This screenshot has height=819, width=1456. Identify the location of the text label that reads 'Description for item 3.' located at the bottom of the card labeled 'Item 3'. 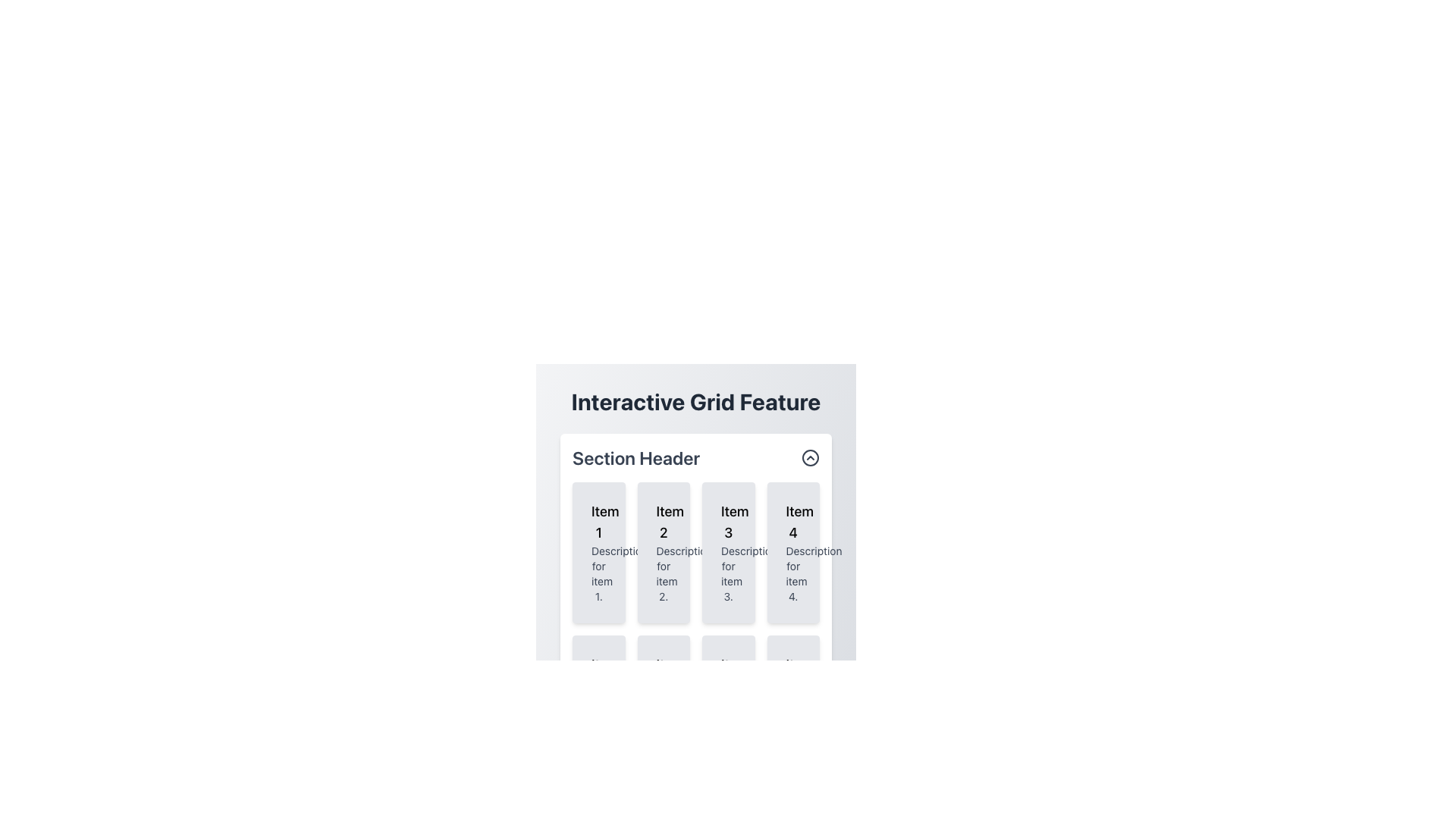
(728, 573).